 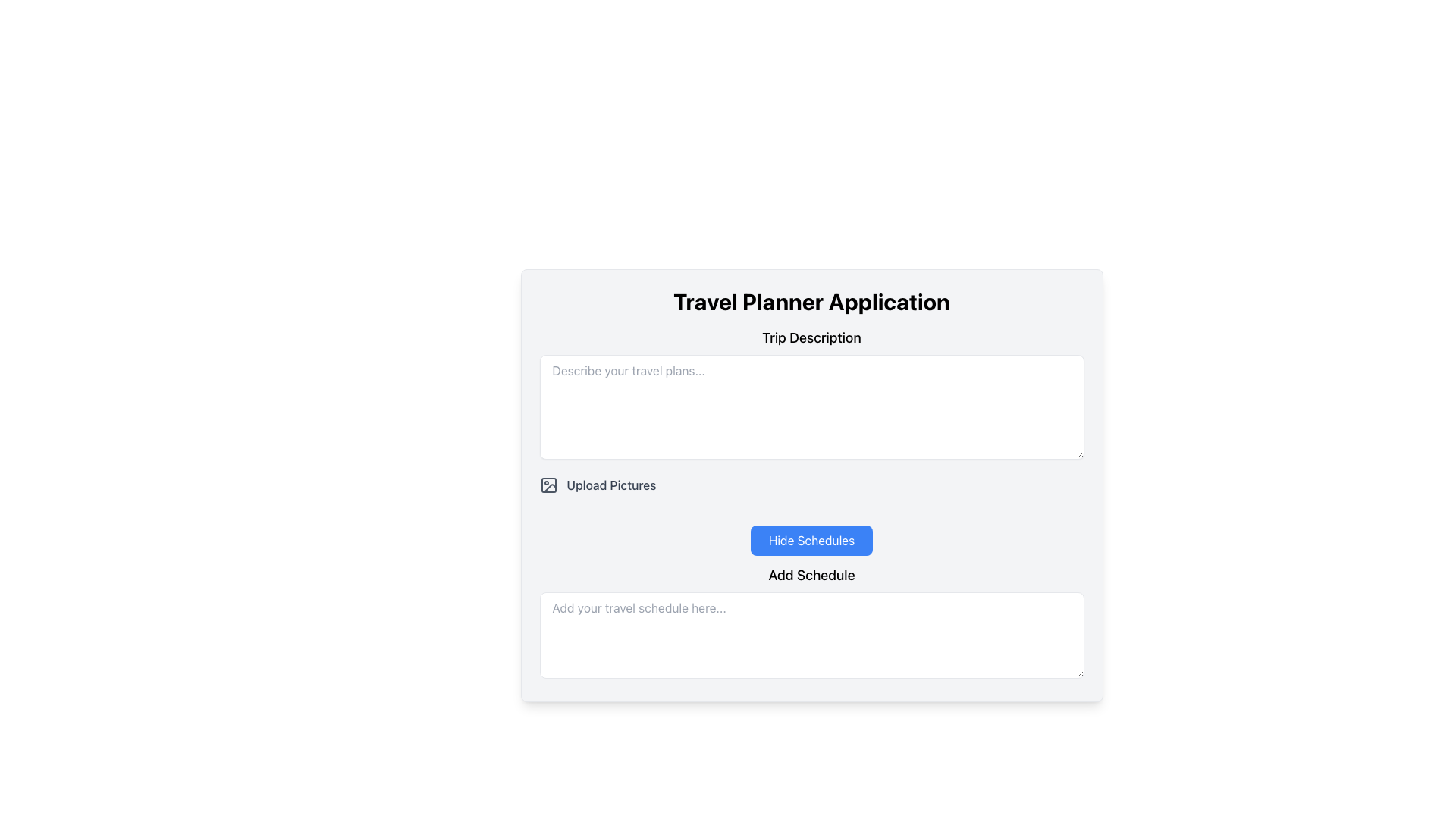 I want to click on the graphical component of the image upload icon located in the upper left quadrant, which serves as the background for the icon next to the 'Upload Pictures' text, so click(x=548, y=485).